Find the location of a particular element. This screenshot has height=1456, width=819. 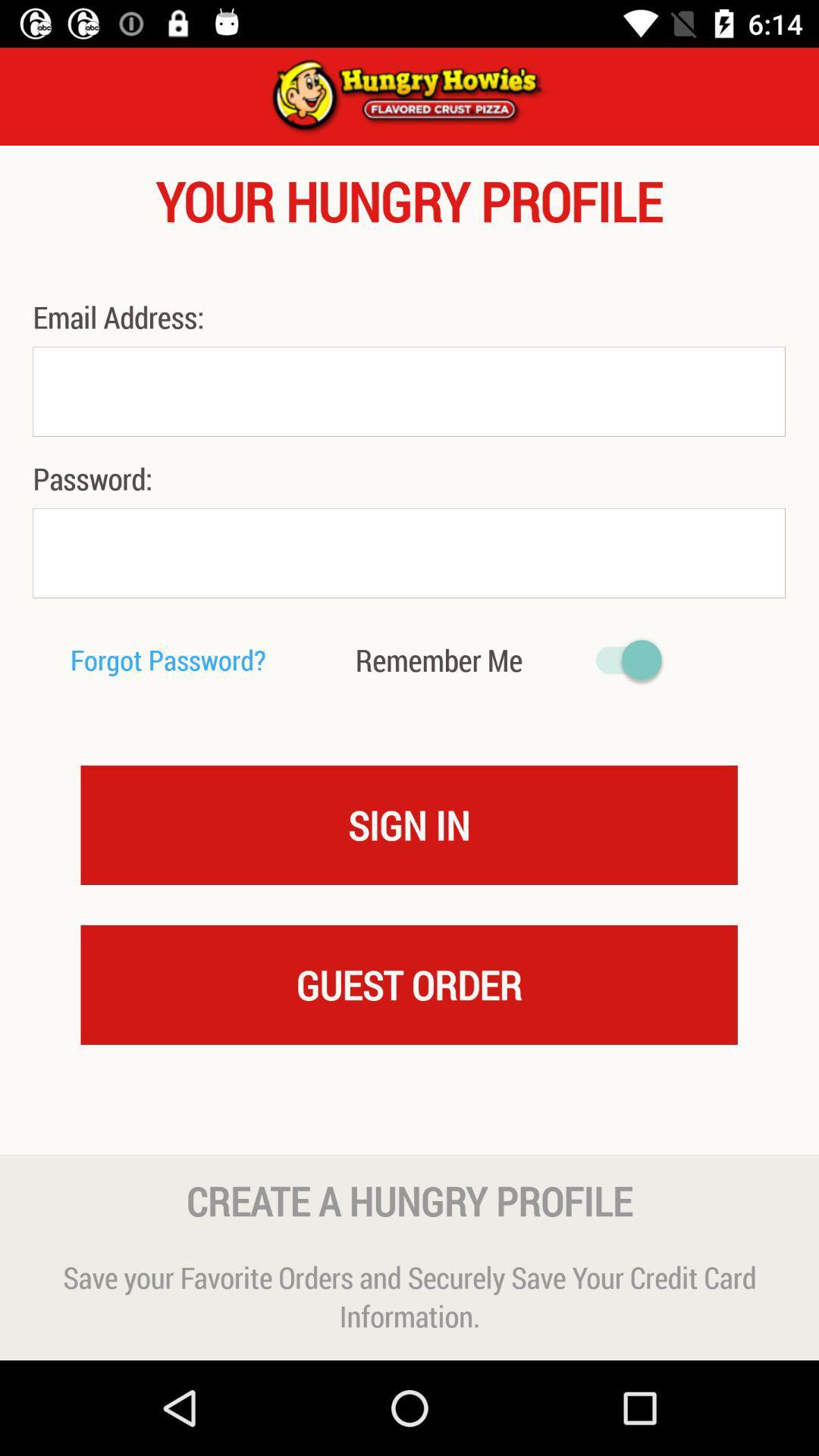

email field is located at coordinates (408, 391).